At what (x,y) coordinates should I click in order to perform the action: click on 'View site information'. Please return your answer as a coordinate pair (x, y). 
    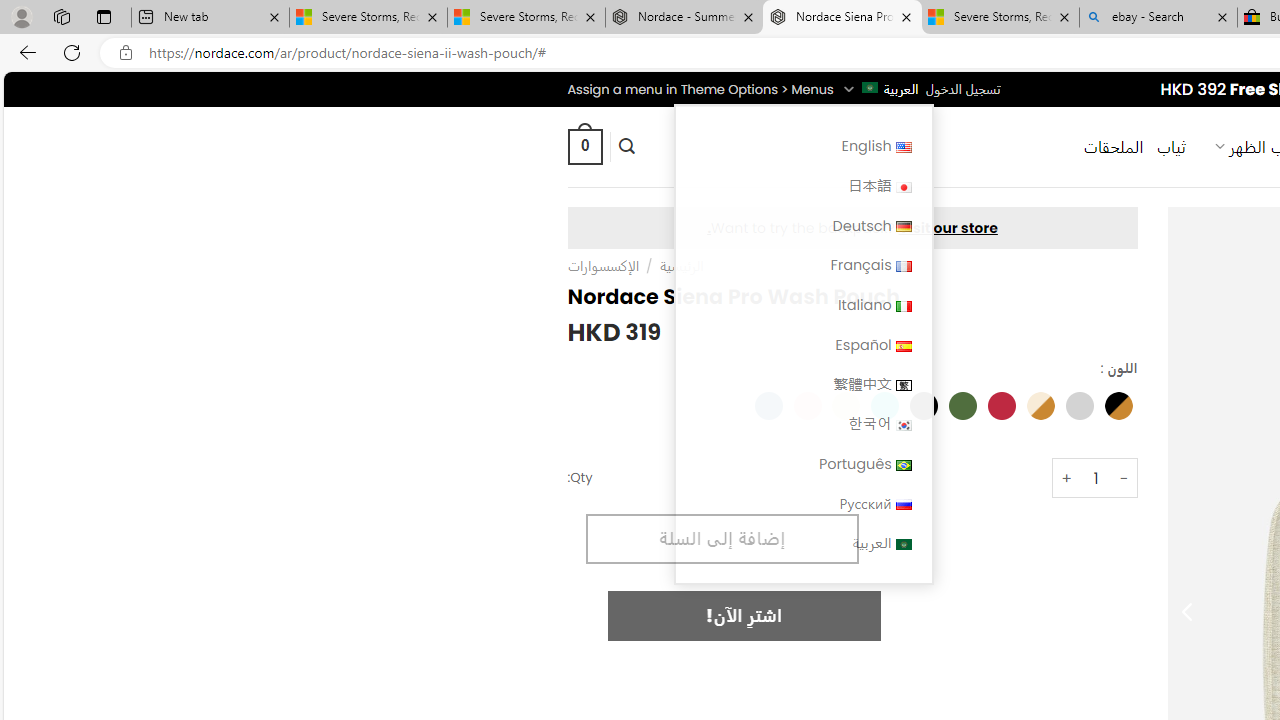
    Looking at the image, I should click on (125, 52).